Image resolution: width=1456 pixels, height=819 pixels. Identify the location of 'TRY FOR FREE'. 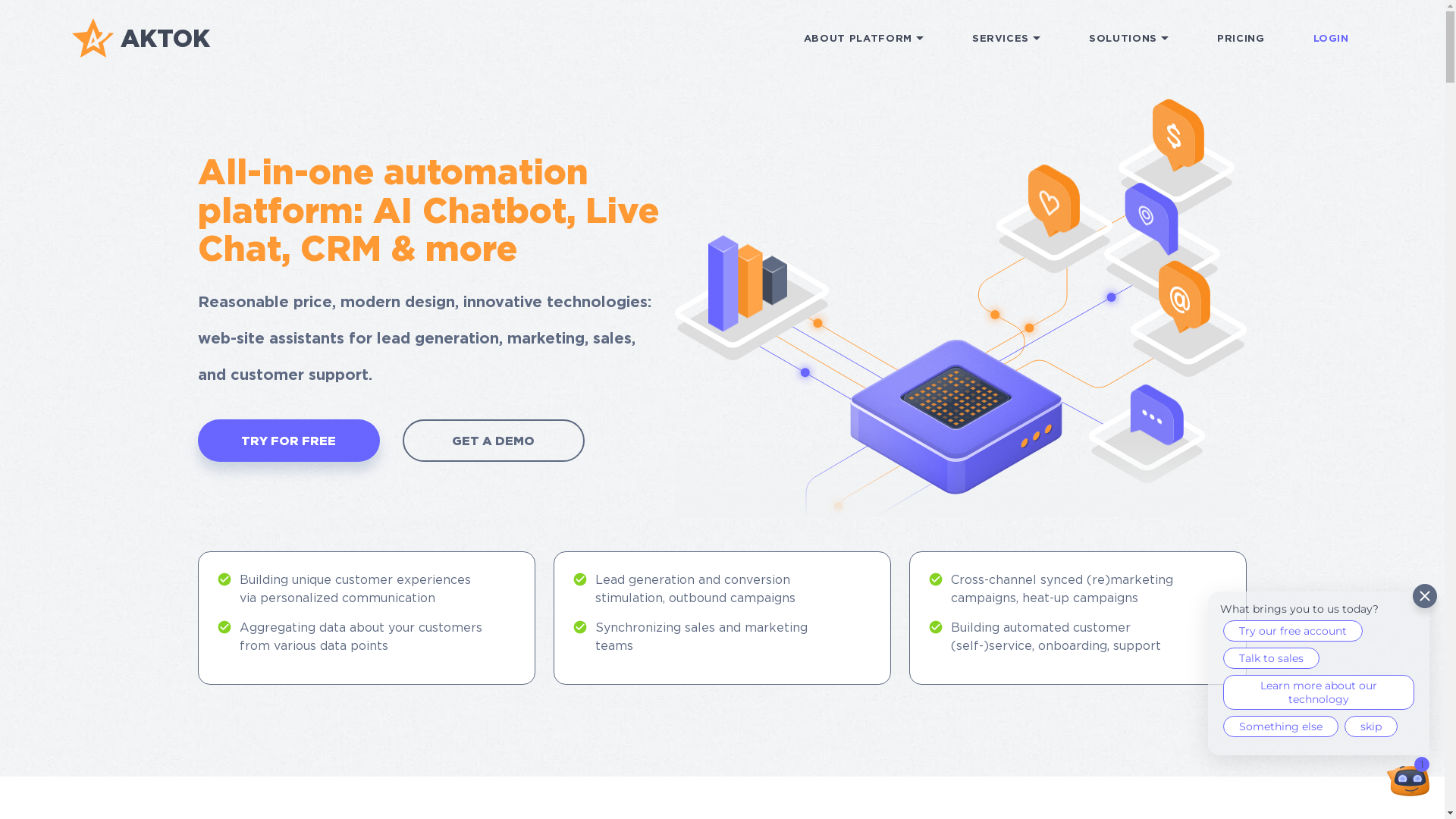
(287, 441).